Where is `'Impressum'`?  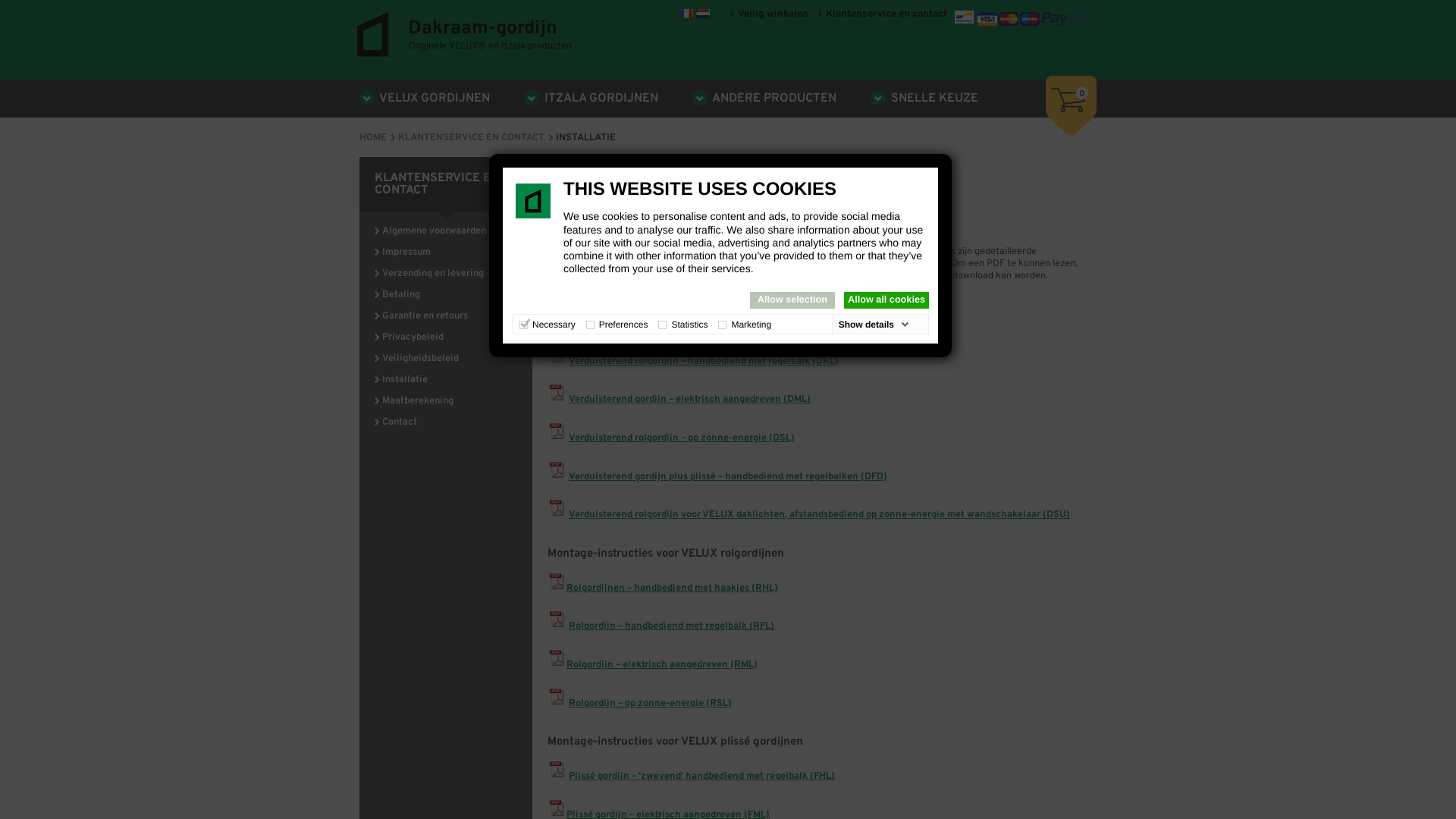
'Impressum' is located at coordinates (382, 251).